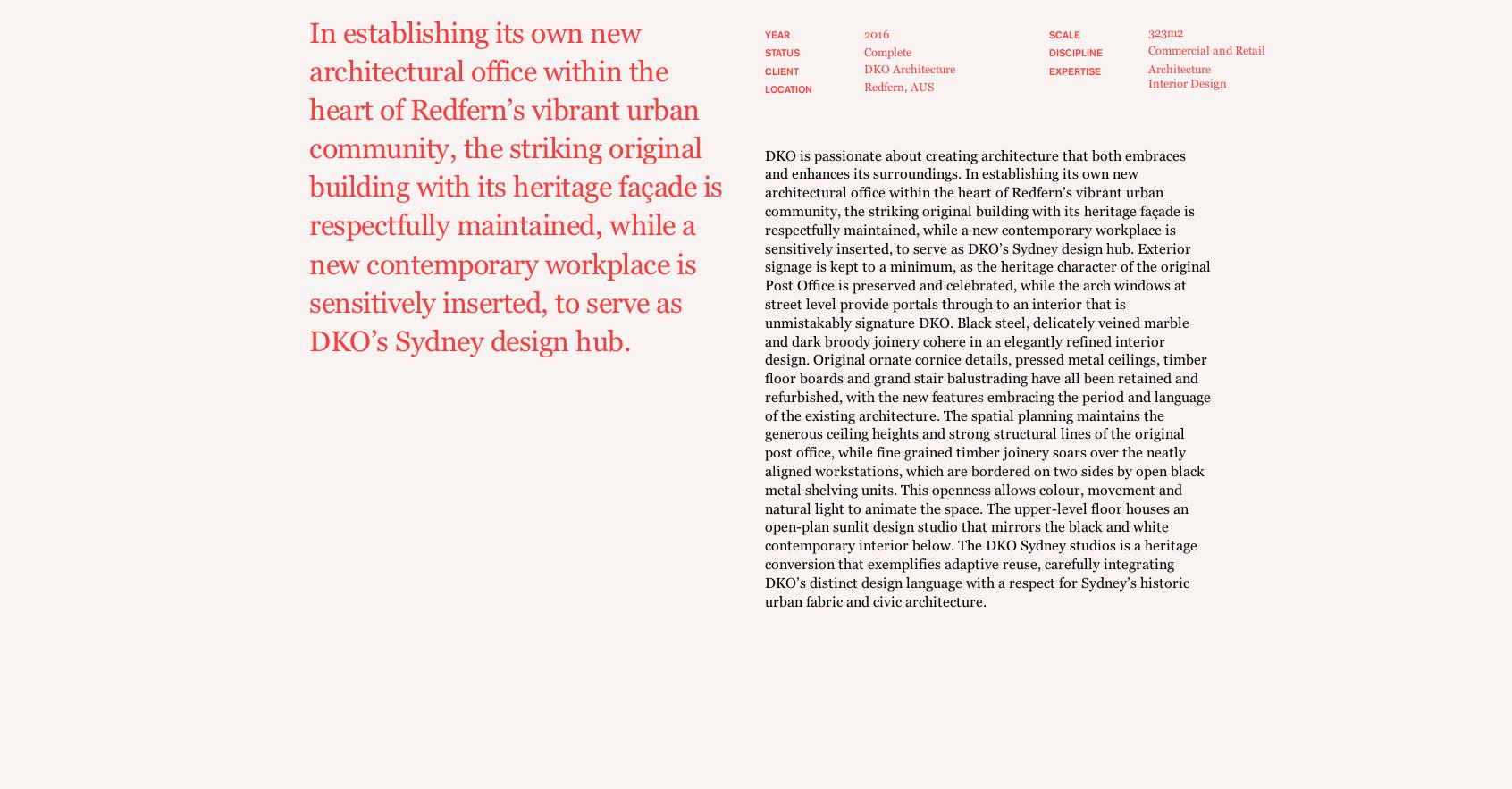 The height and width of the screenshot is (789, 1512). I want to click on 'Redfern, AUS', so click(898, 87).